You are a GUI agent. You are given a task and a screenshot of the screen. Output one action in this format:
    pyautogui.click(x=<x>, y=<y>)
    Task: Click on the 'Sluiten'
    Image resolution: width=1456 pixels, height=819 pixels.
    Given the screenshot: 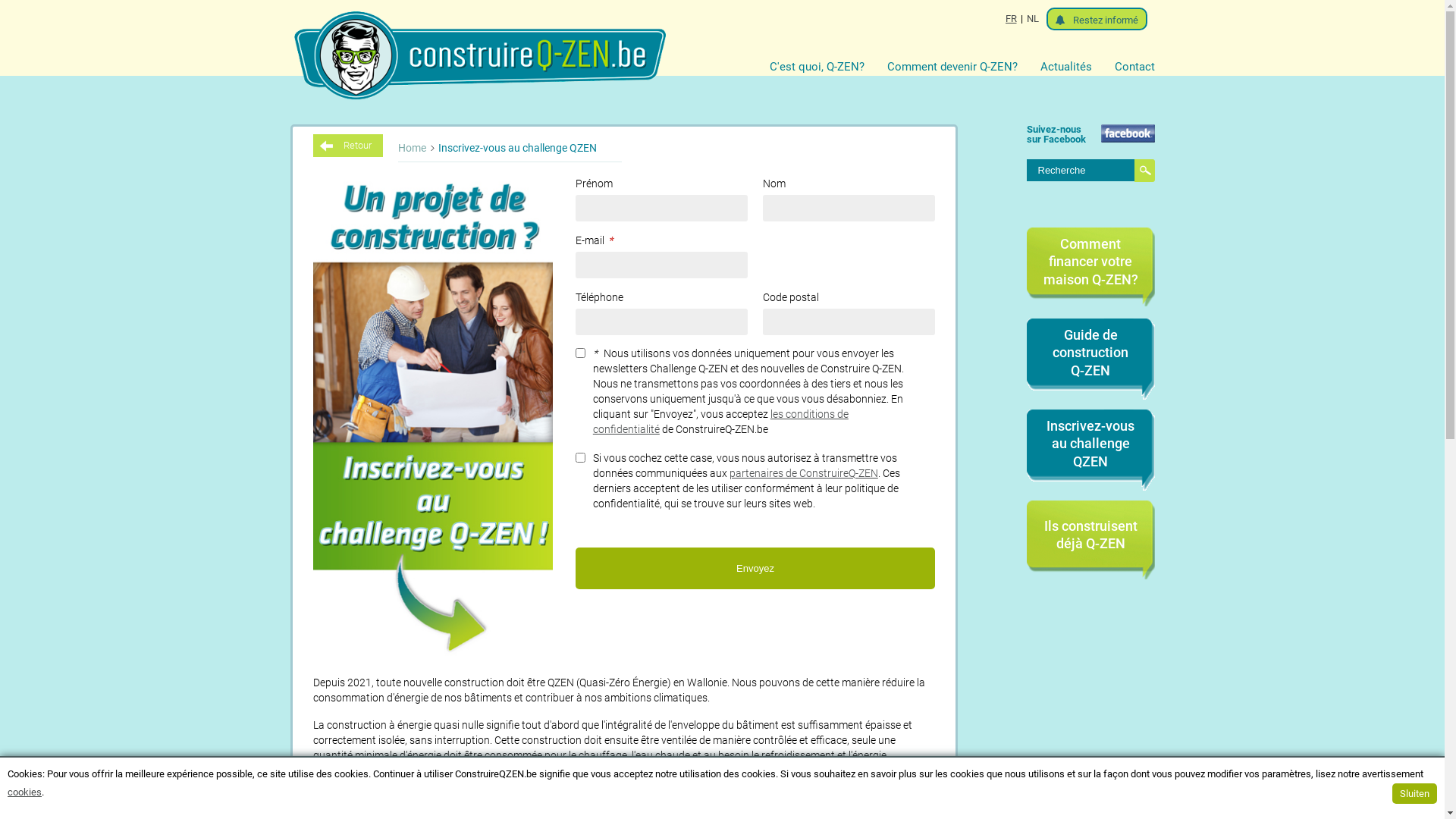 What is the action you would take?
    pyautogui.click(x=1414, y=792)
    